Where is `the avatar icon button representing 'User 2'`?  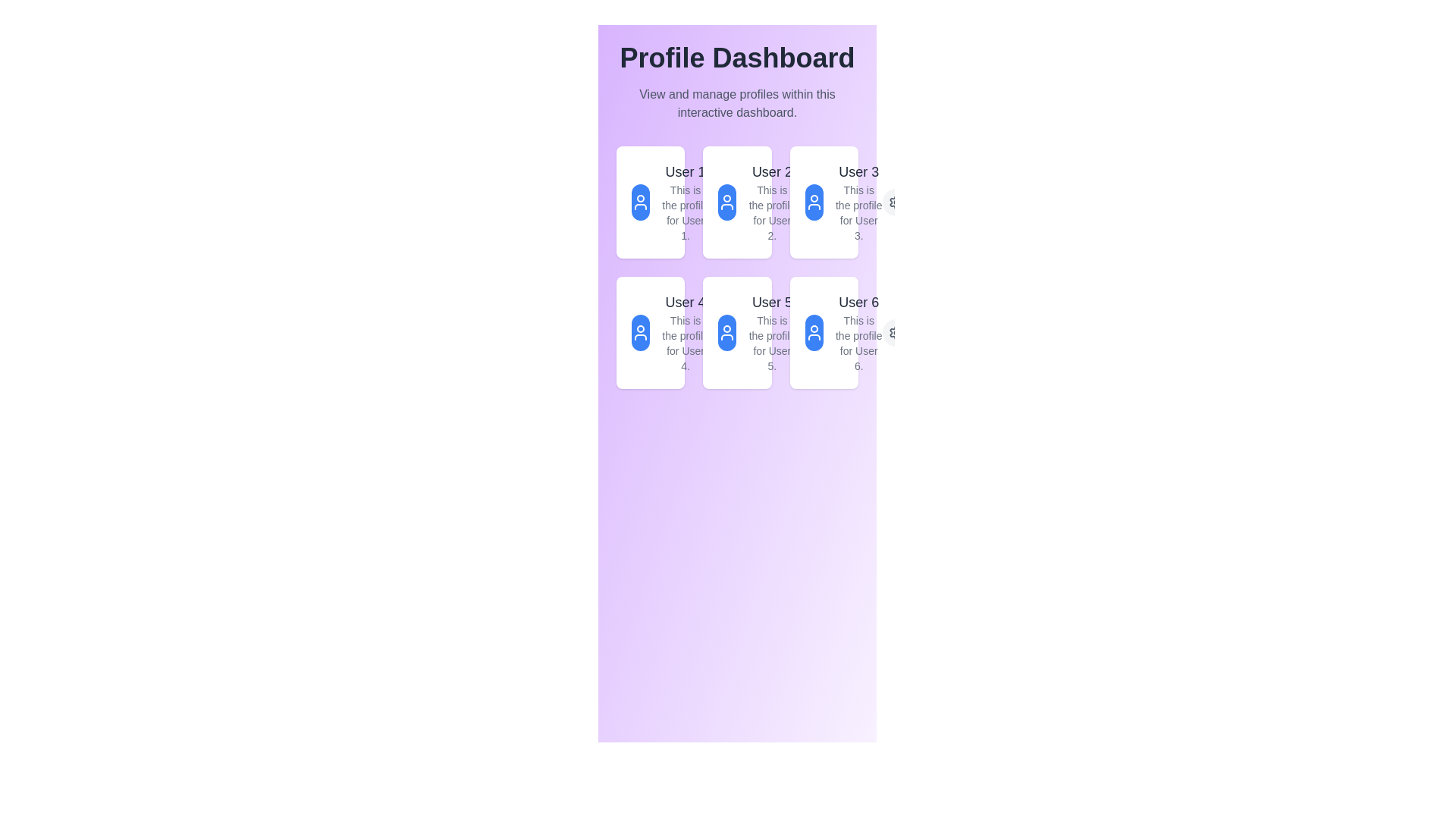
the avatar icon button representing 'User 2' is located at coordinates (726, 201).